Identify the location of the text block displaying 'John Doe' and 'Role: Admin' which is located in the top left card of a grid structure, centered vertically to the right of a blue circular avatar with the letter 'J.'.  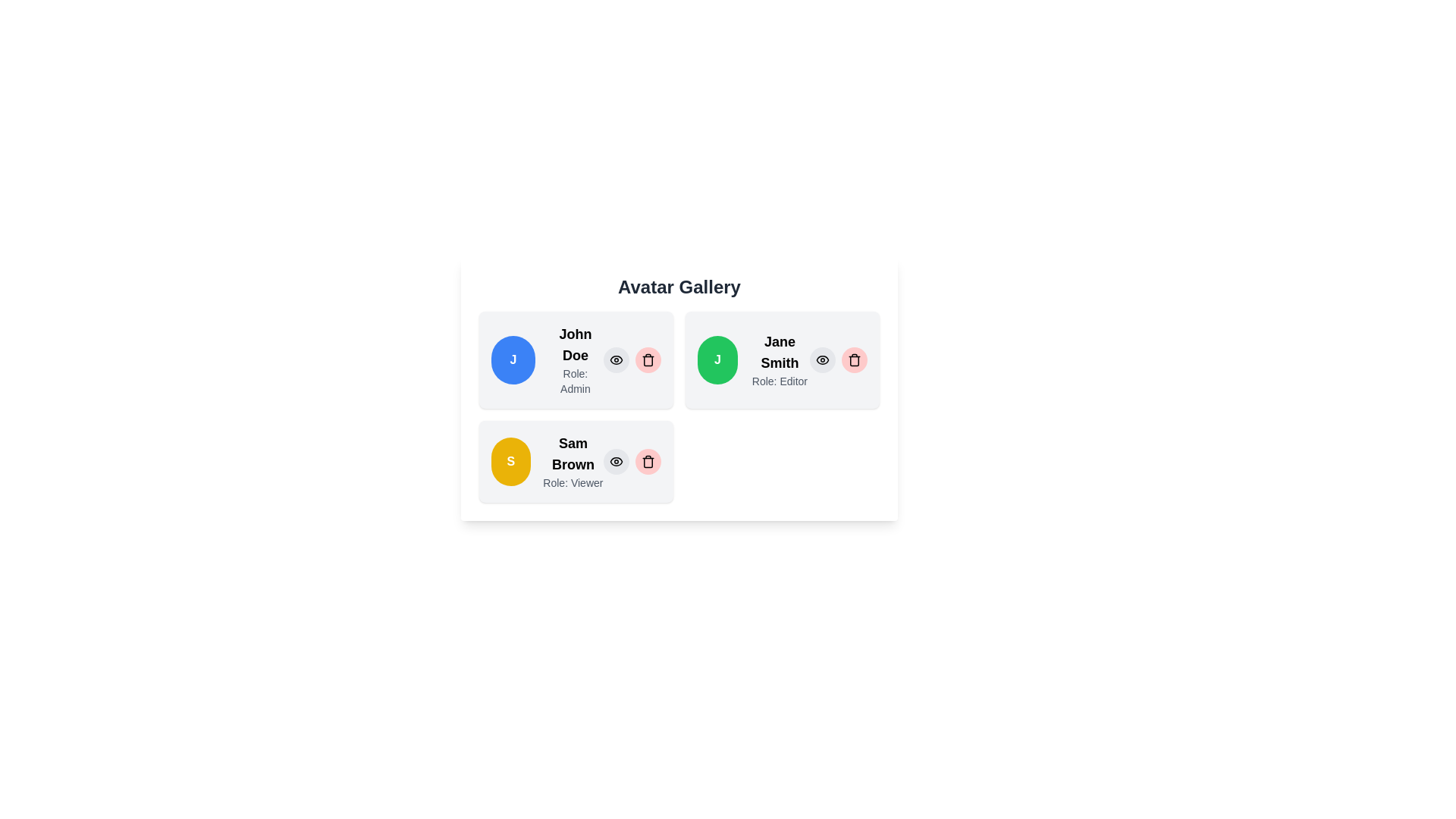
(574, 359).